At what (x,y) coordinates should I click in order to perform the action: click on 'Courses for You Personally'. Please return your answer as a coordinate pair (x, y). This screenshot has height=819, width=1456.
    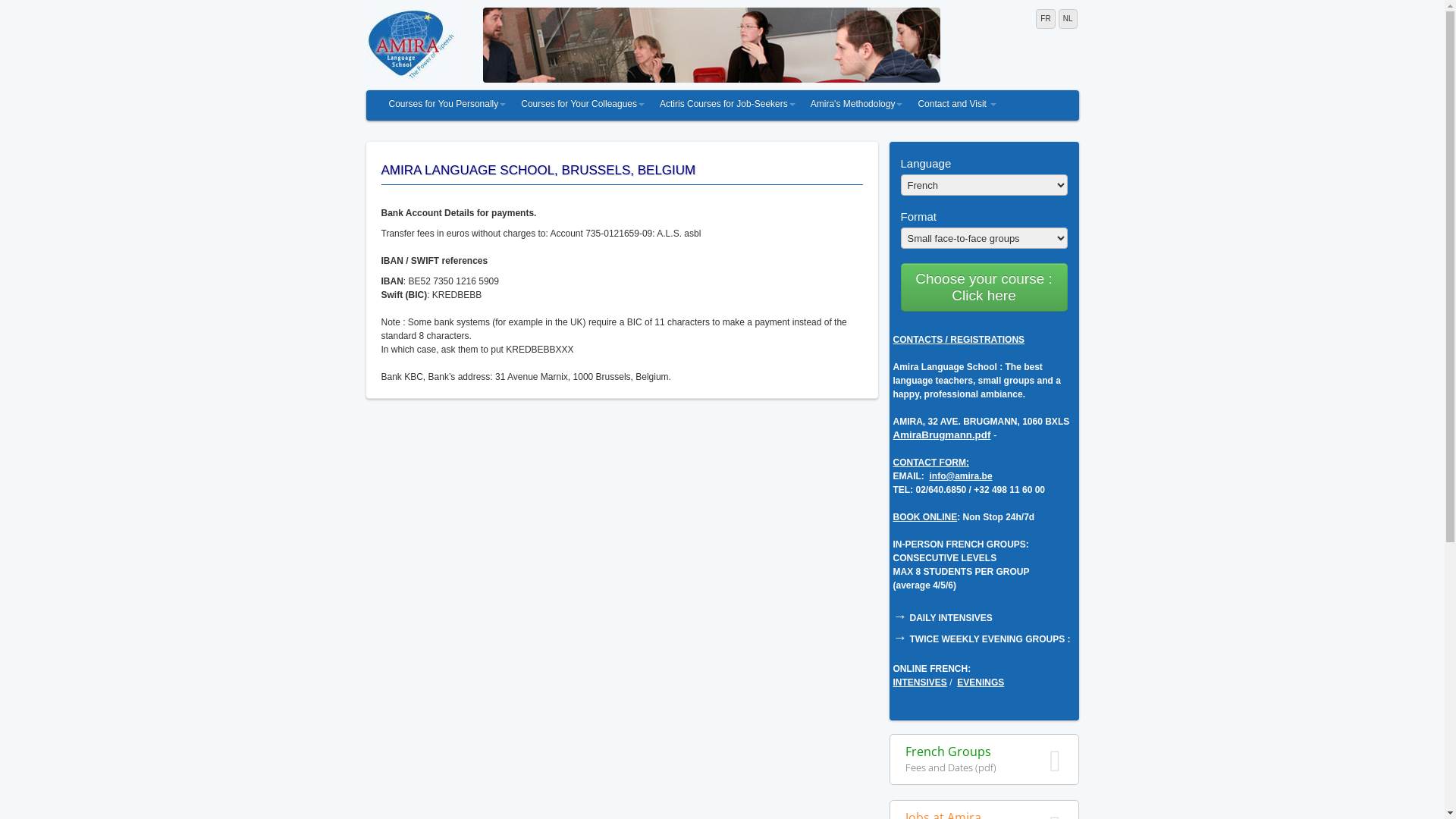
    Looking at the image, I should click on (446, 104).